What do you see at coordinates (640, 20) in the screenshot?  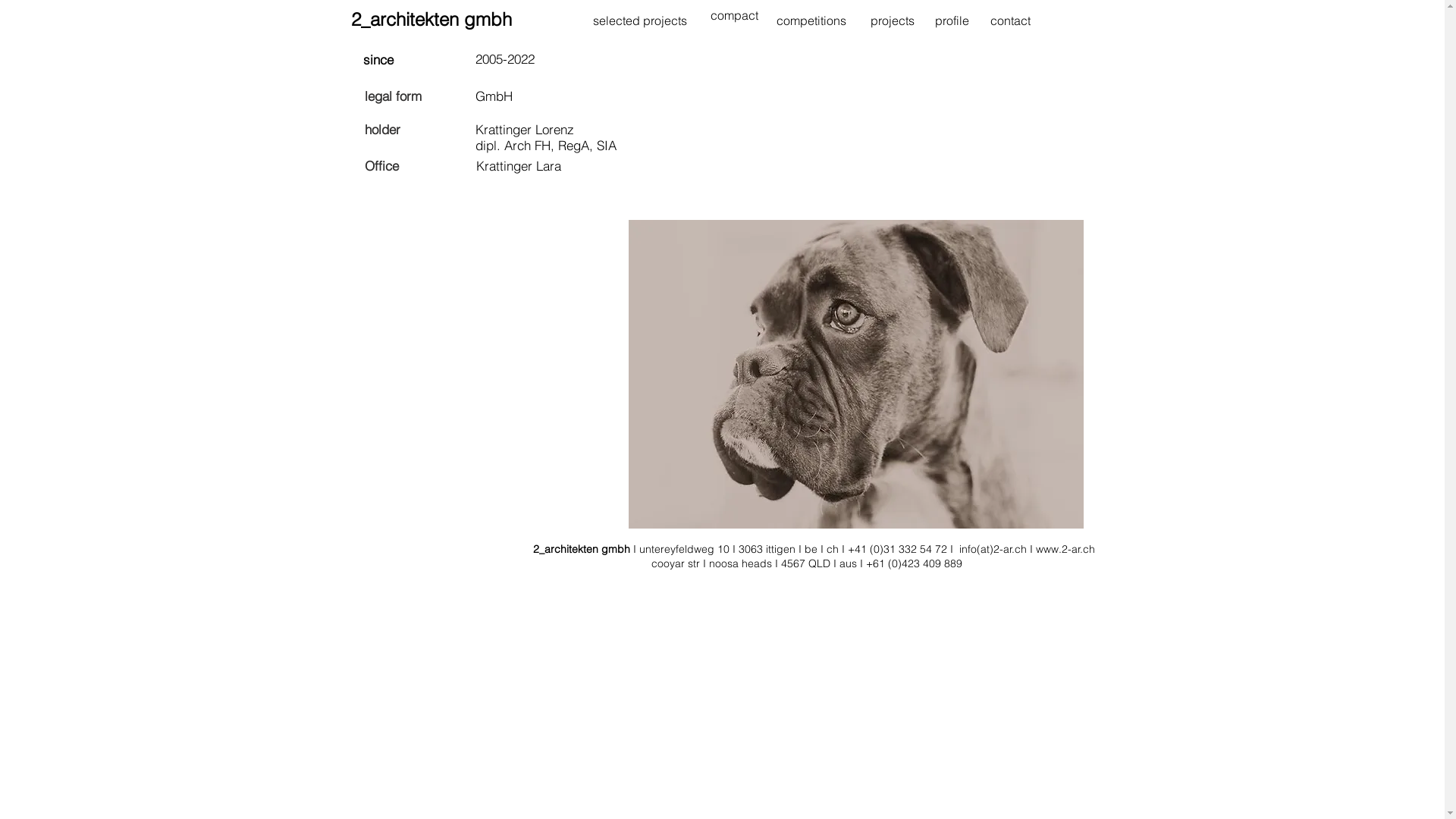 I see `'selected projects'` at bounding box center [640, 20].